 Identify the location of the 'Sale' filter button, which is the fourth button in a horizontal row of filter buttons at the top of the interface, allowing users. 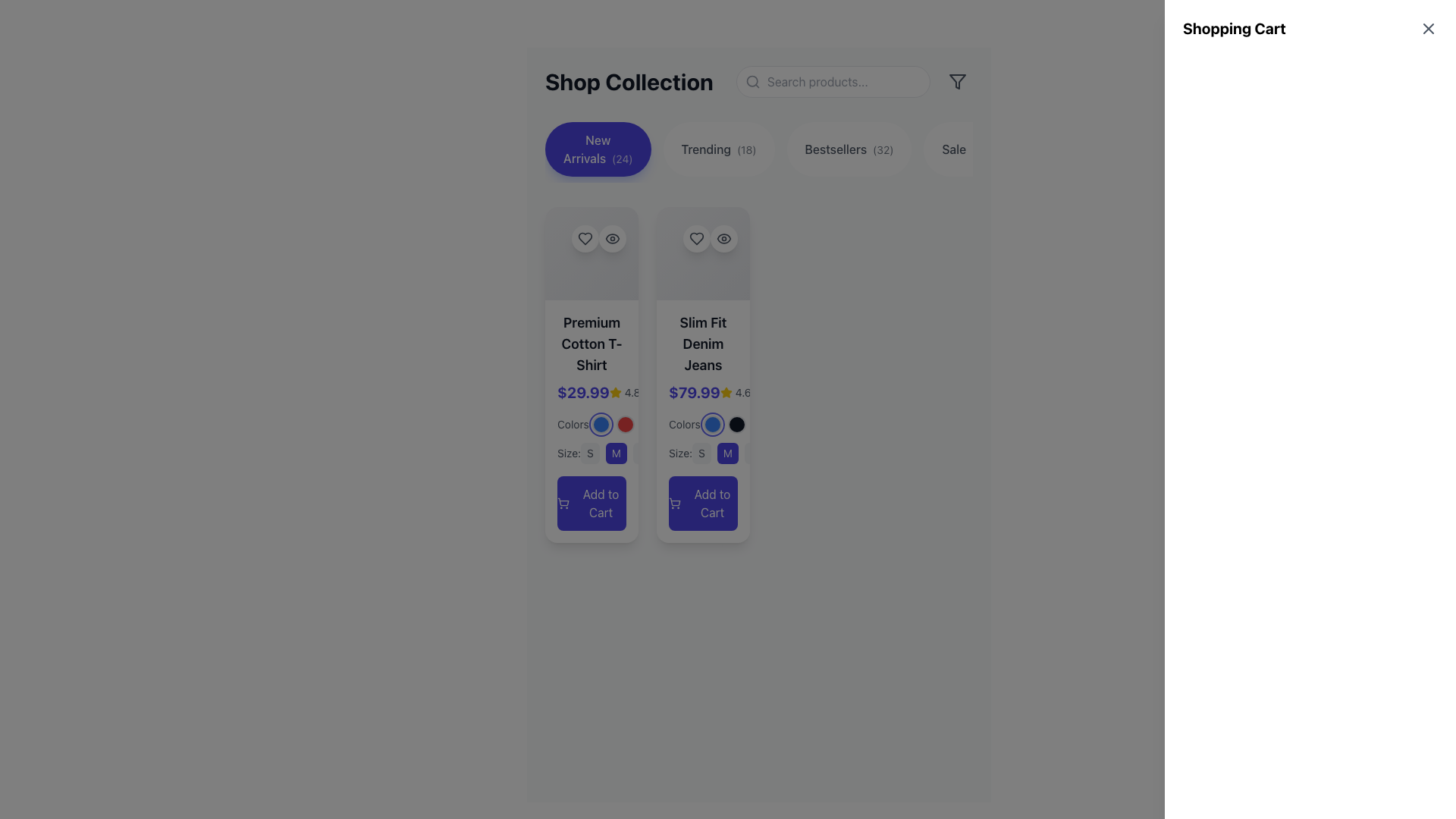
(965, 149).